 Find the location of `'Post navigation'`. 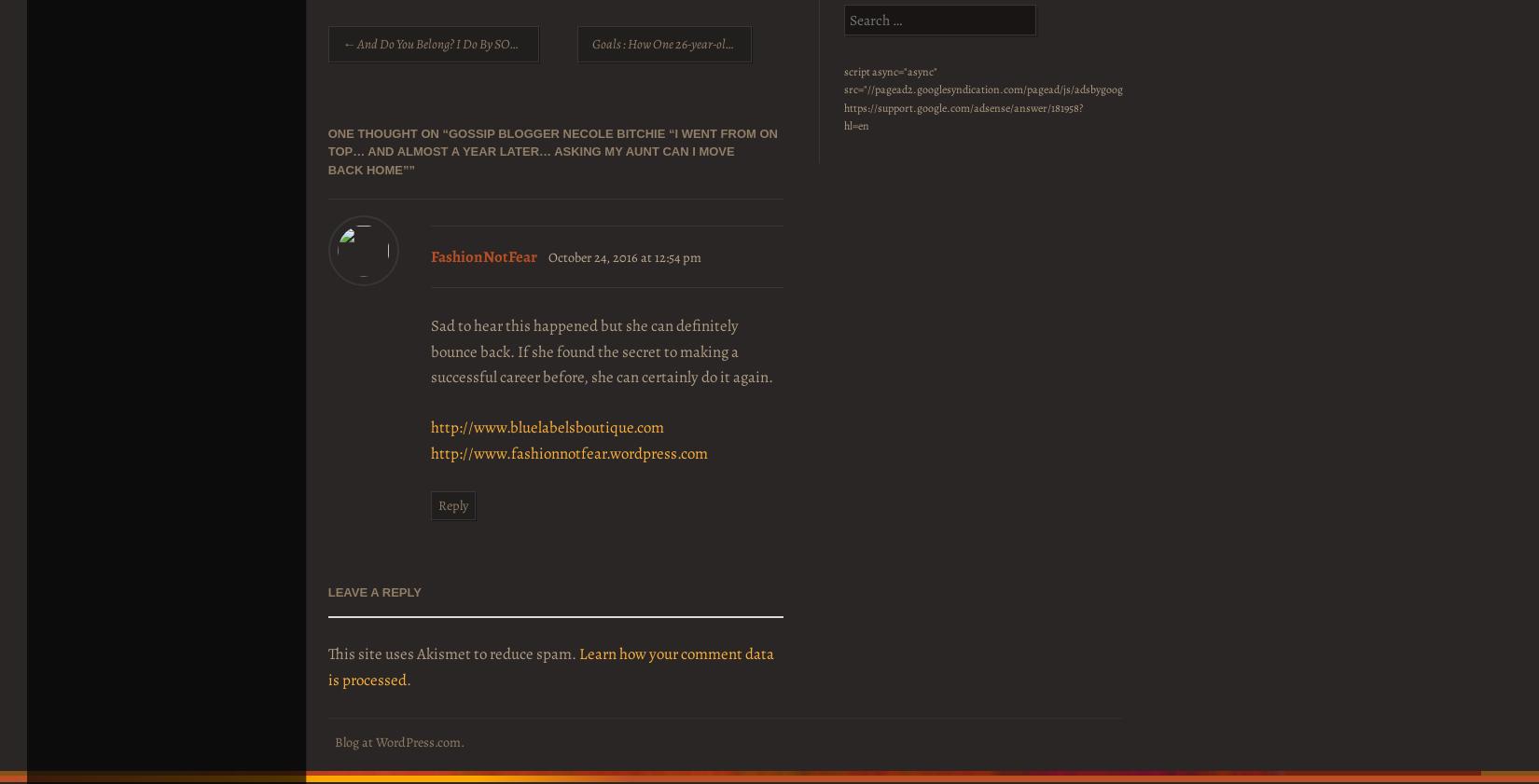

'Post navigation' is located at coordinates (376, 36).